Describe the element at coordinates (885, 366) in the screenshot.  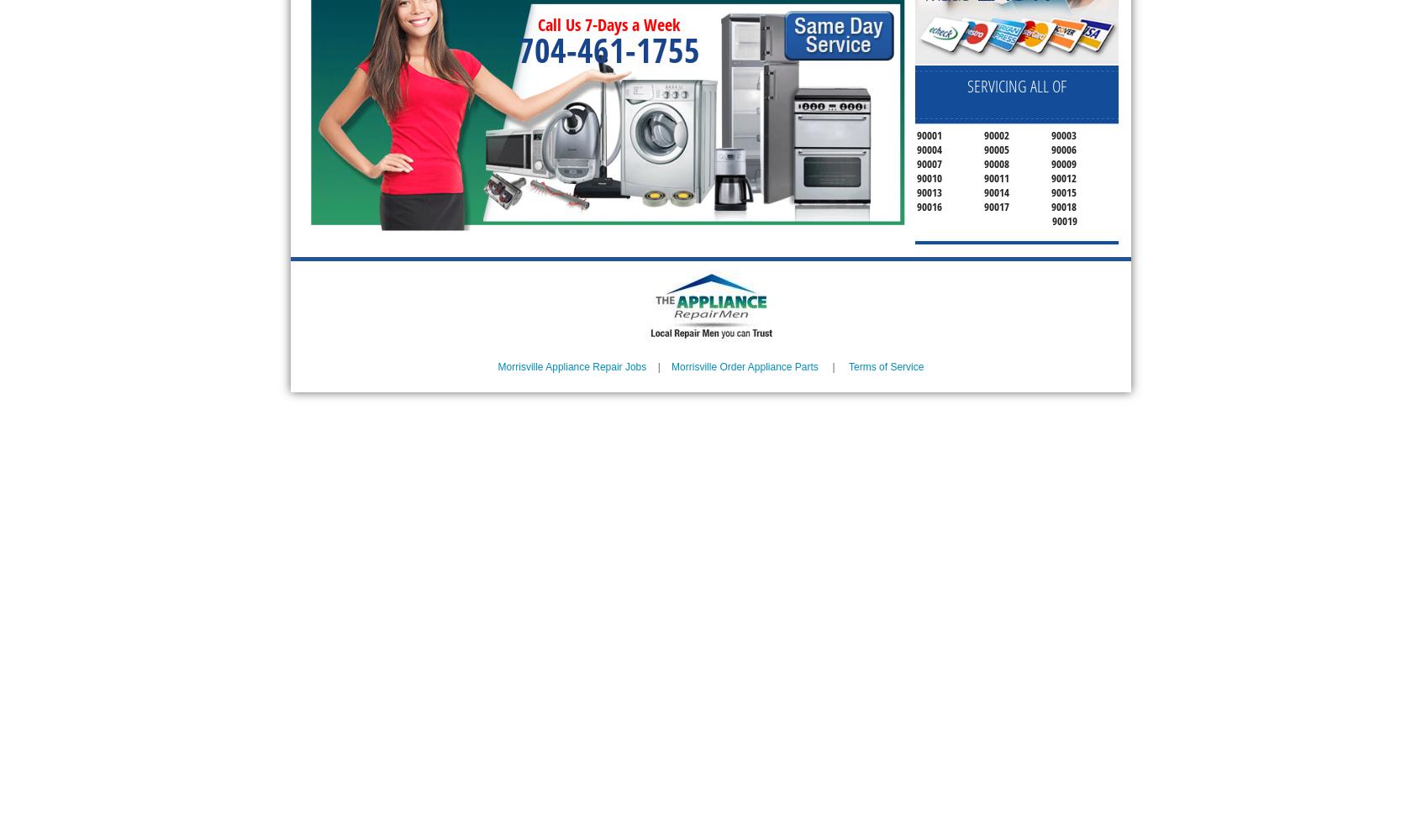
I see `'Terms of Service'` at that location.